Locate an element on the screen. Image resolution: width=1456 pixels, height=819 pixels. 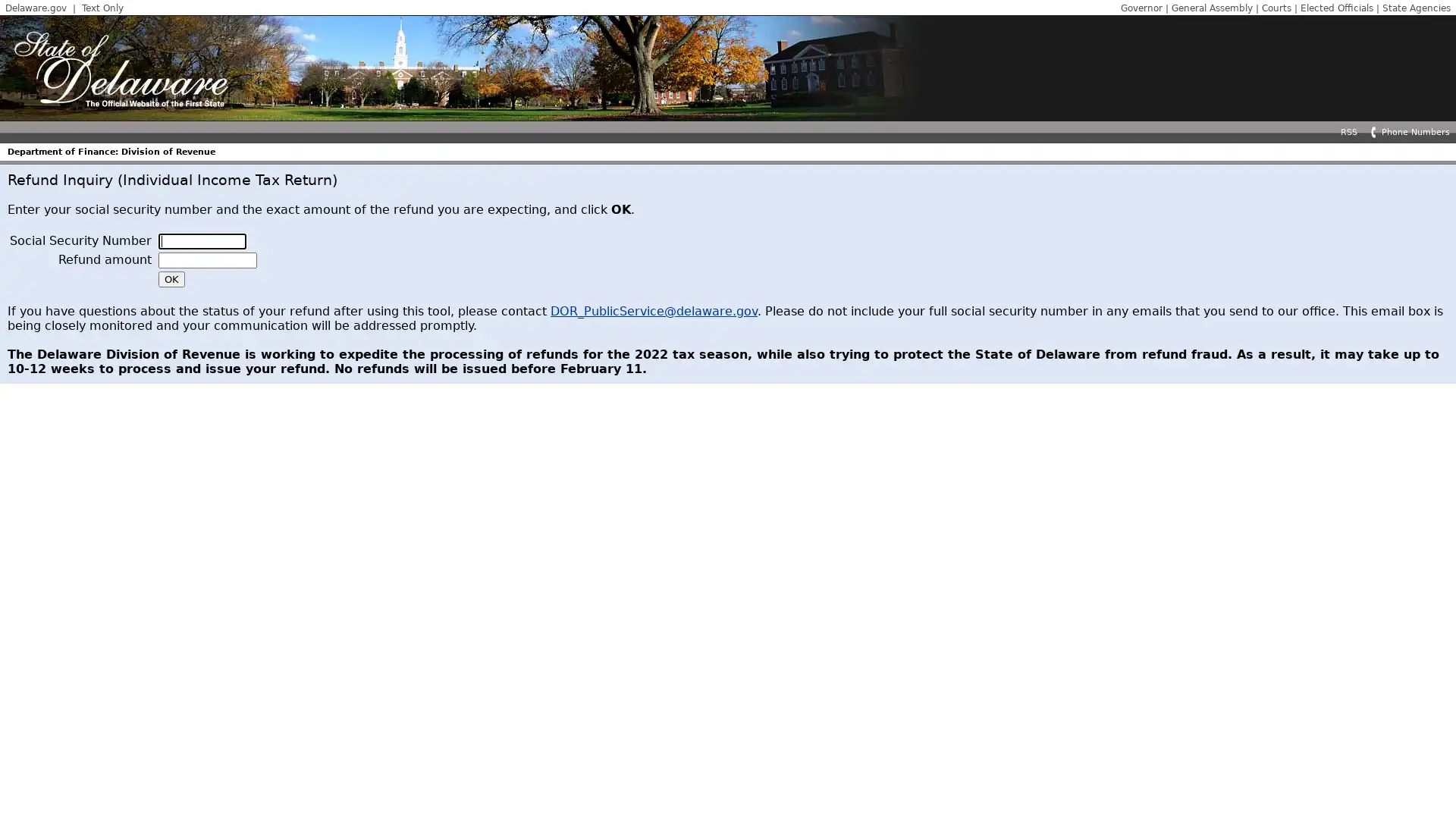
OK is located at coordinates (171, 278).